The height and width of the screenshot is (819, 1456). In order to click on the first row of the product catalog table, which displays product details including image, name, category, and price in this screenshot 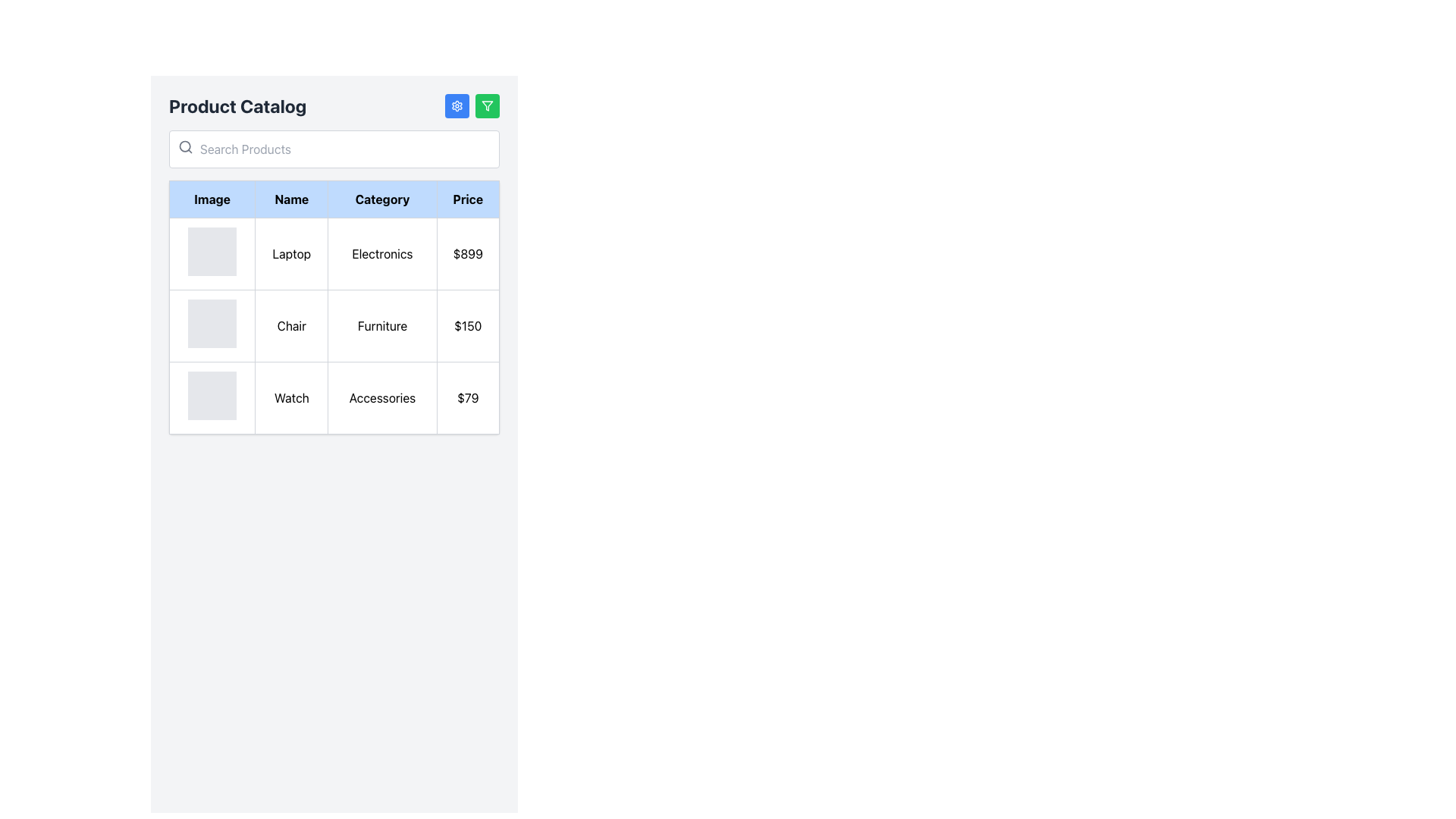, I will do `click(334, 253)`.